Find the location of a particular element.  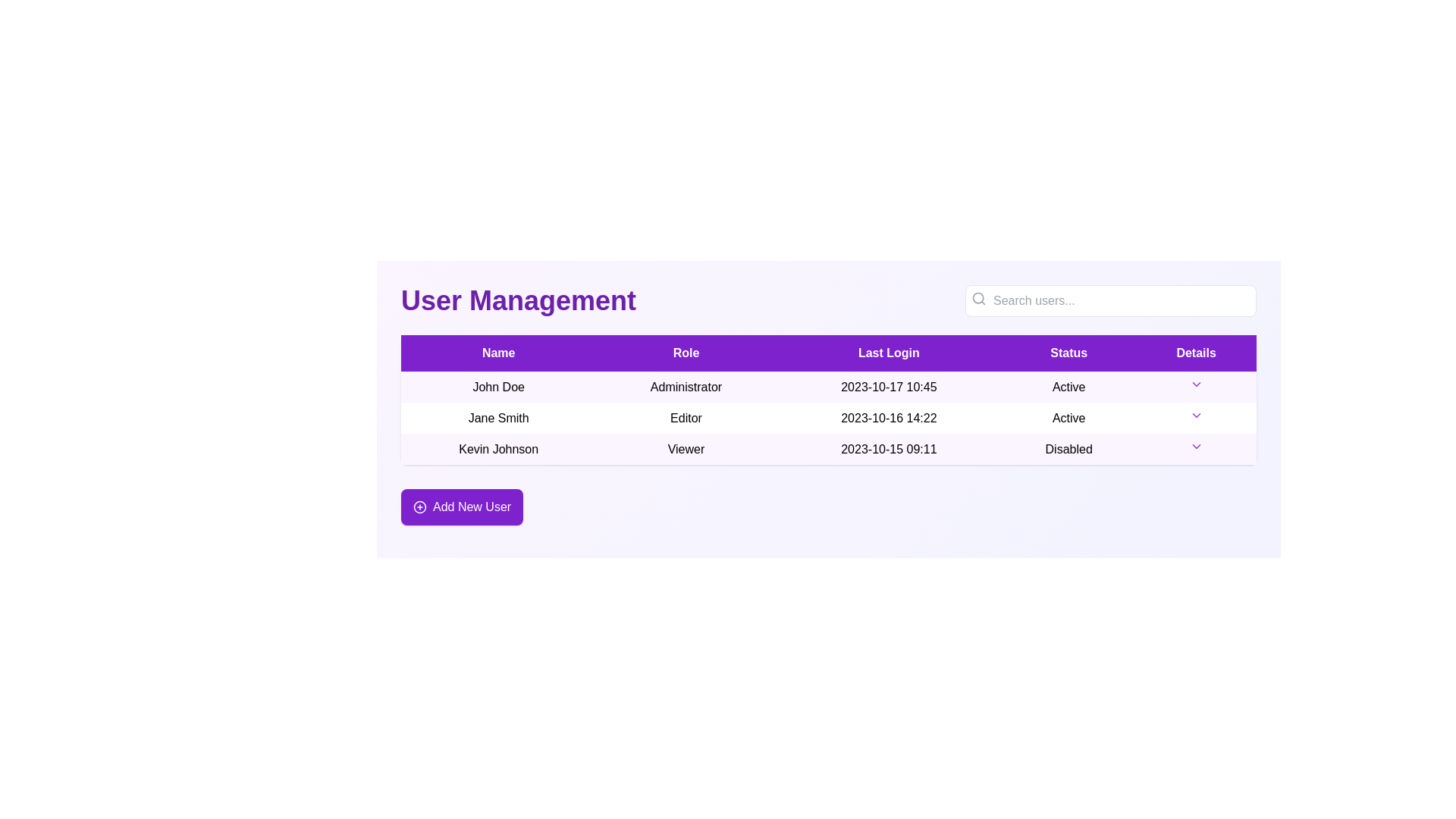

the Text label in the second column of the third row under the 'Role' column that displays 'Kevin Johnson' is located at coordinates (685, 448).